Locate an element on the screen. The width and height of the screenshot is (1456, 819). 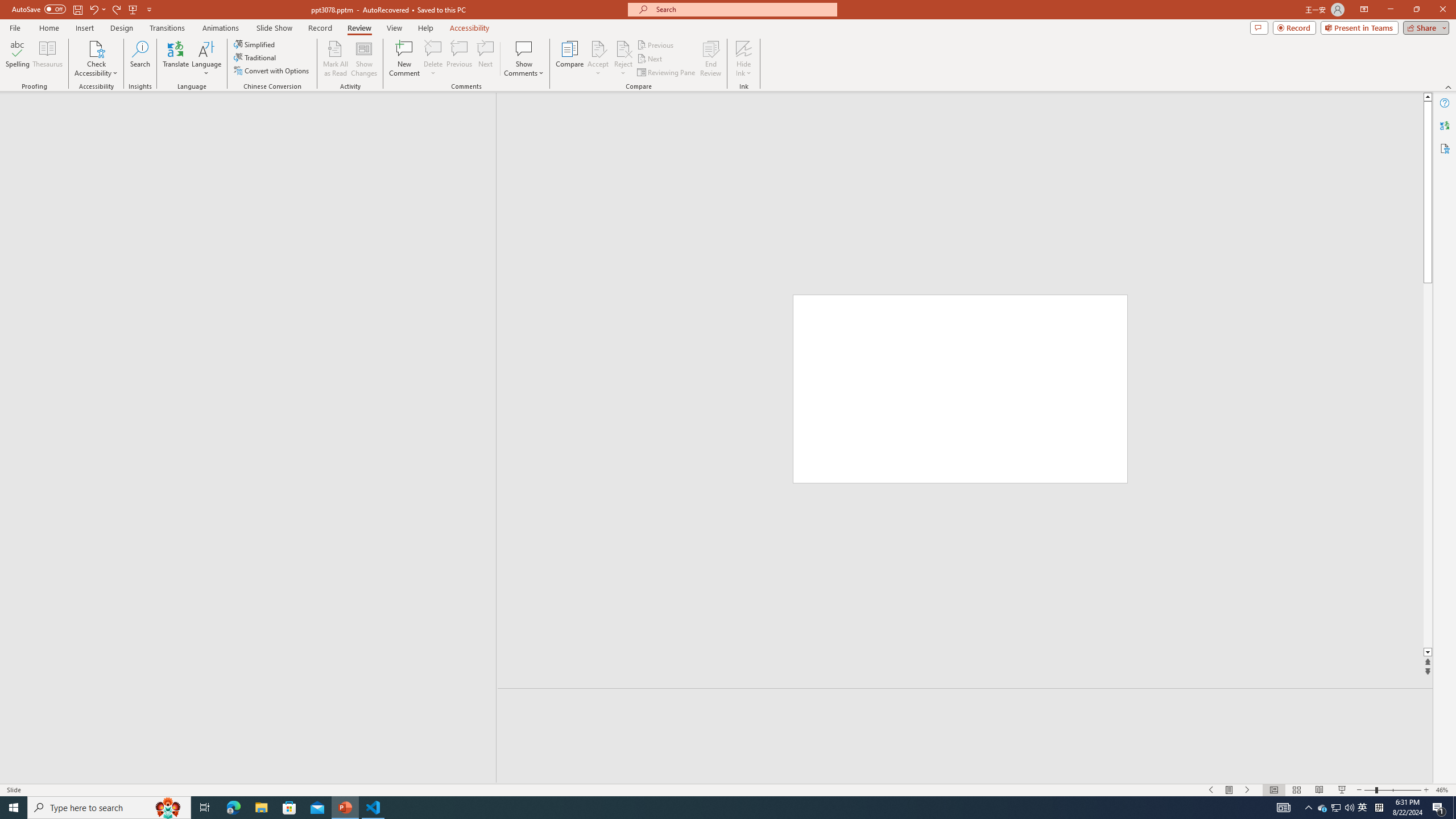
'Simplified' is located at coordinates (255, 44).